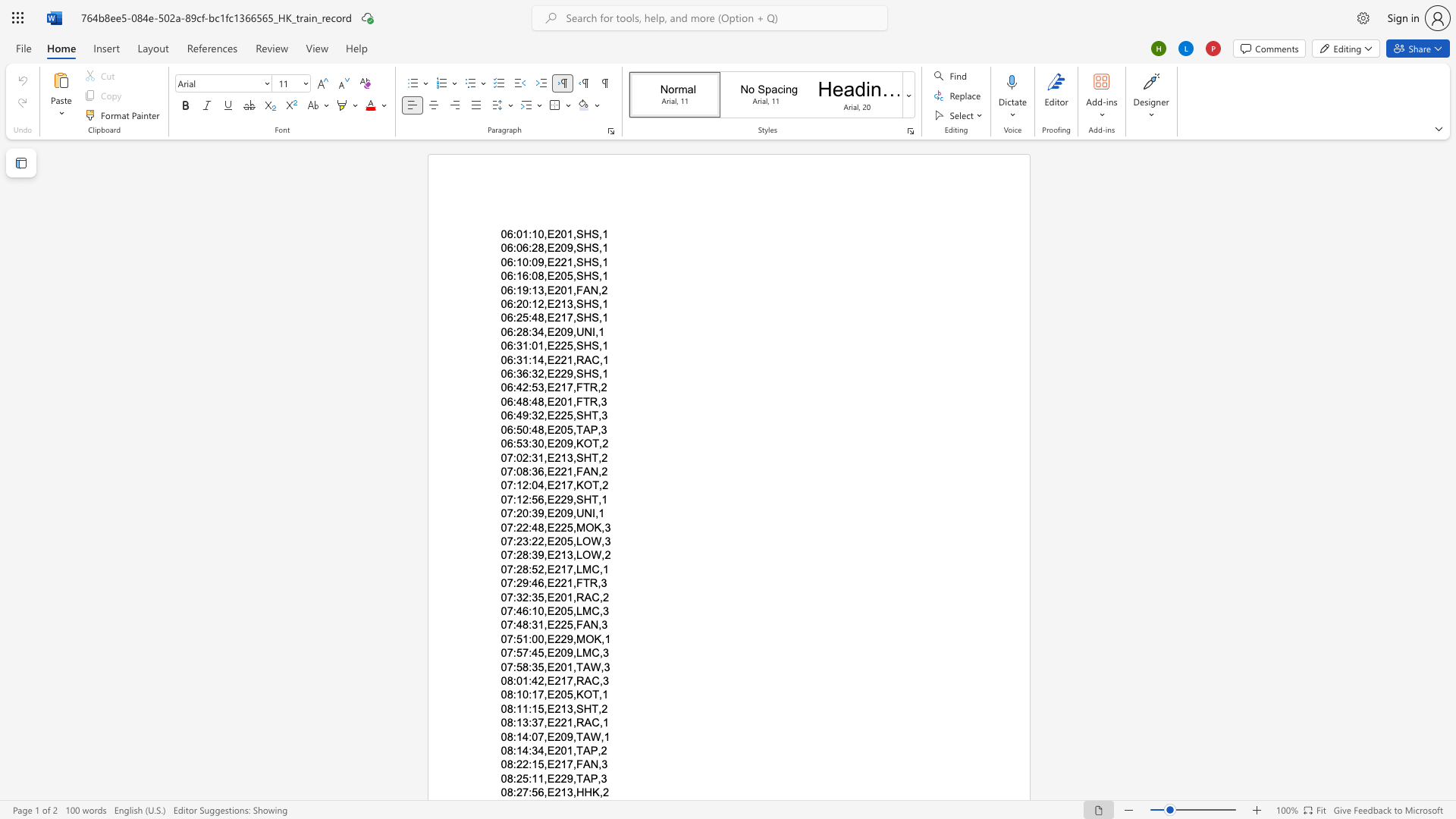 The height and width of the screenshot is (819, 1456). What do you see at coordinates (529, 247) in the screenshot?
I see `the subset text ":28,E209" within the text "06:06:28,E209,SHS,1"` at bounding box center [529, 247].